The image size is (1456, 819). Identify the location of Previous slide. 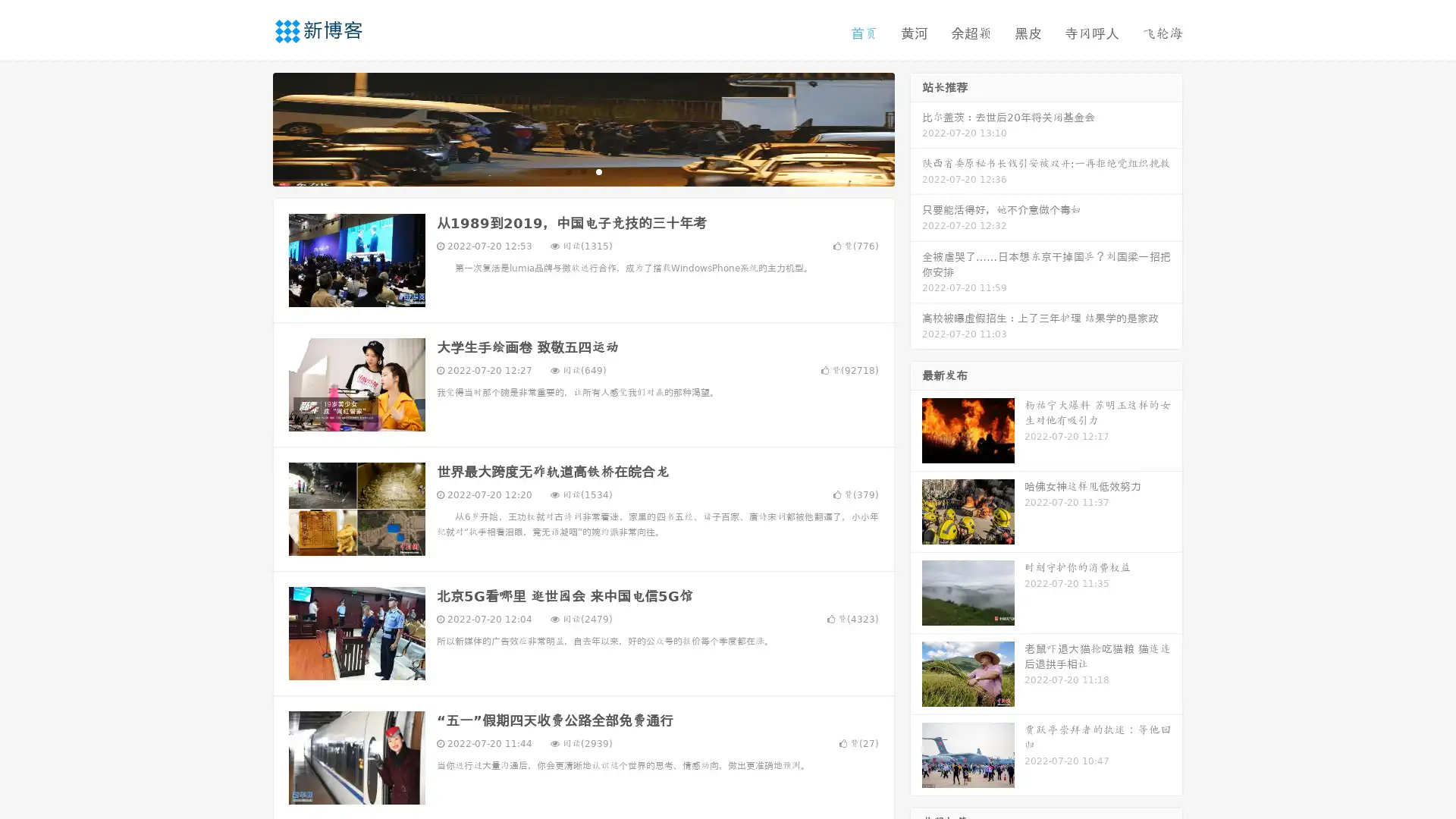
(250, 127).